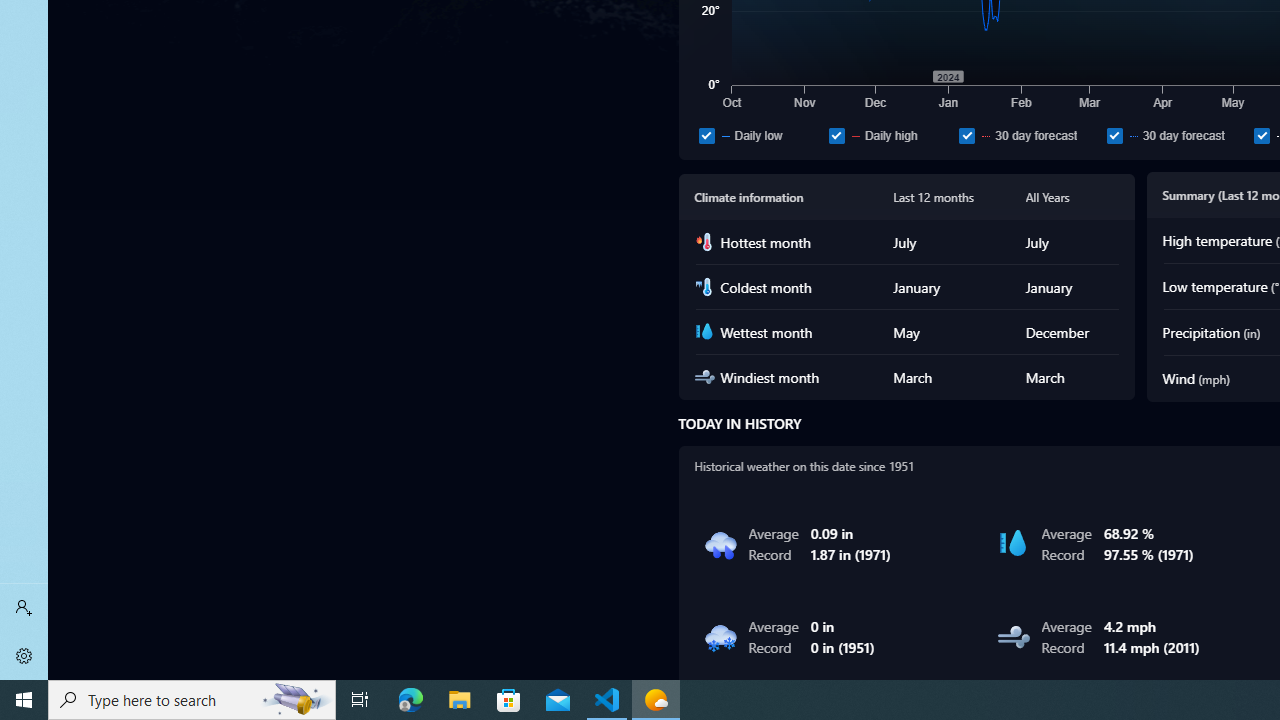  What do you see at coordinates (656, 698) in the screenshot?
I see `'Weather - 1 running window'` at bounding box center [656, 698].